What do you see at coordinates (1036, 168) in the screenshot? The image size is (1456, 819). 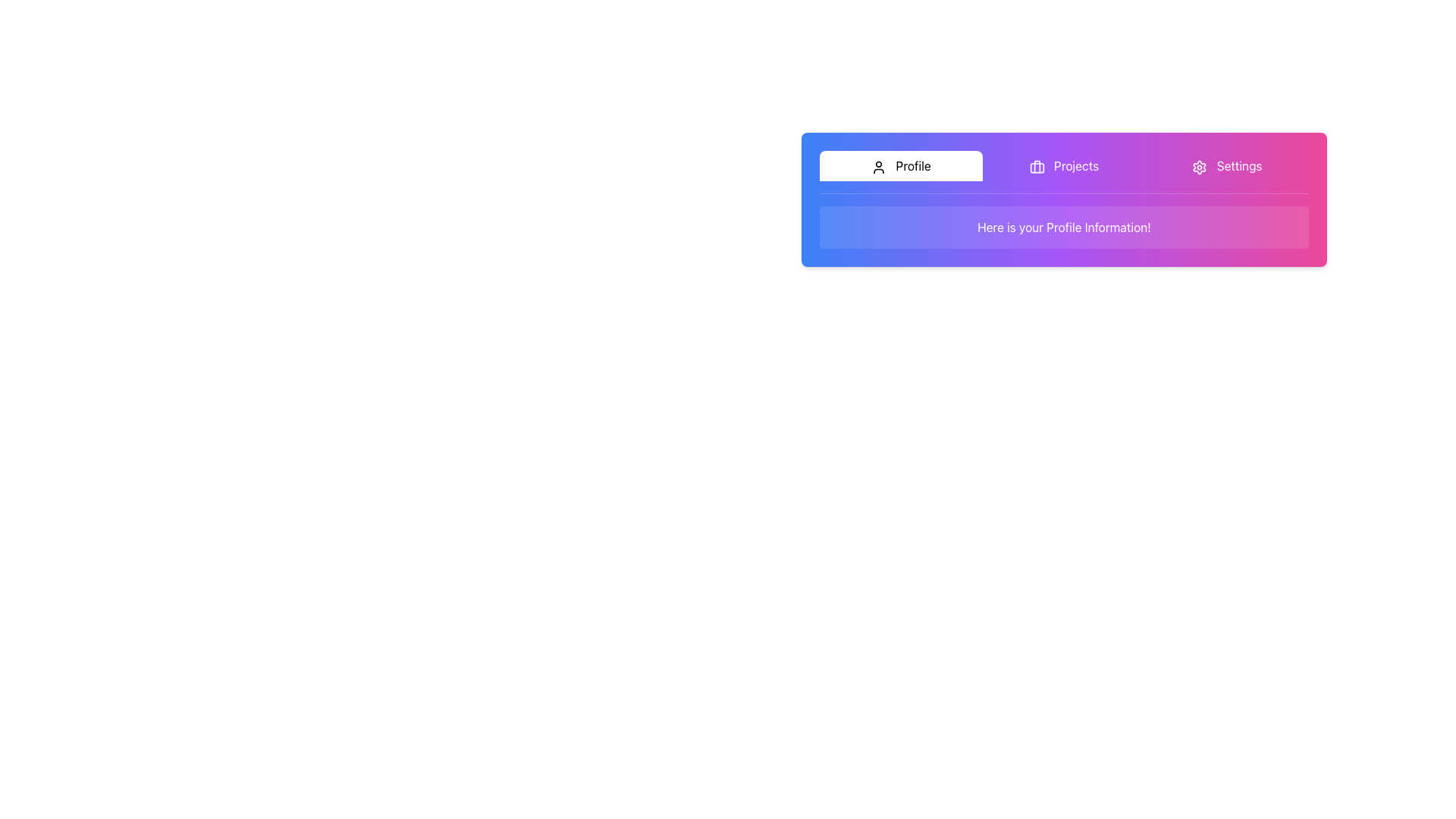 I see `the graphical component within the briefcase-shaped icon located in the navigation bar at the top of the interface` at bounding box center [1036, 168].